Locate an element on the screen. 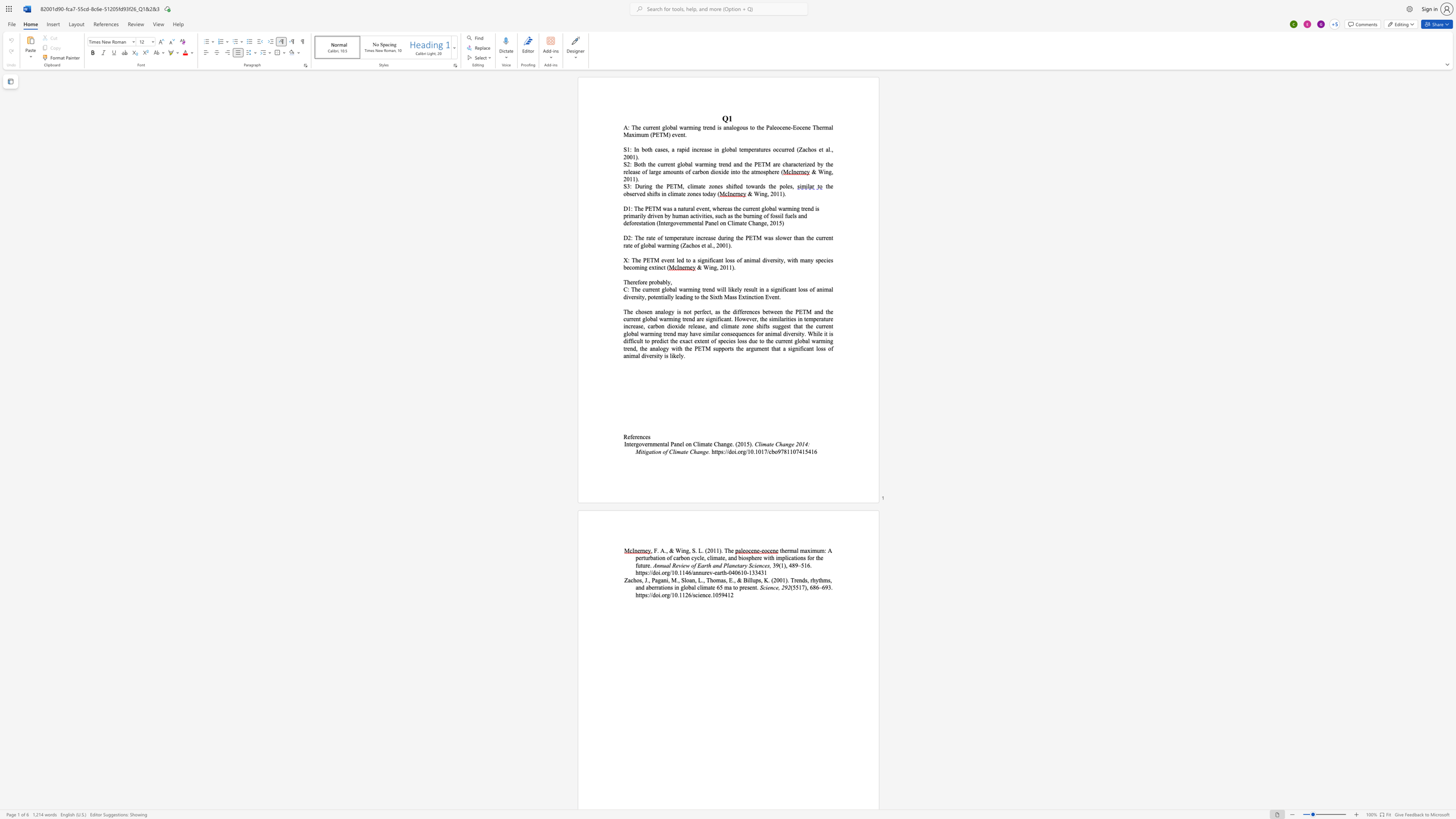  the 5th character "a" in the text is located at coordinates (665, 297).